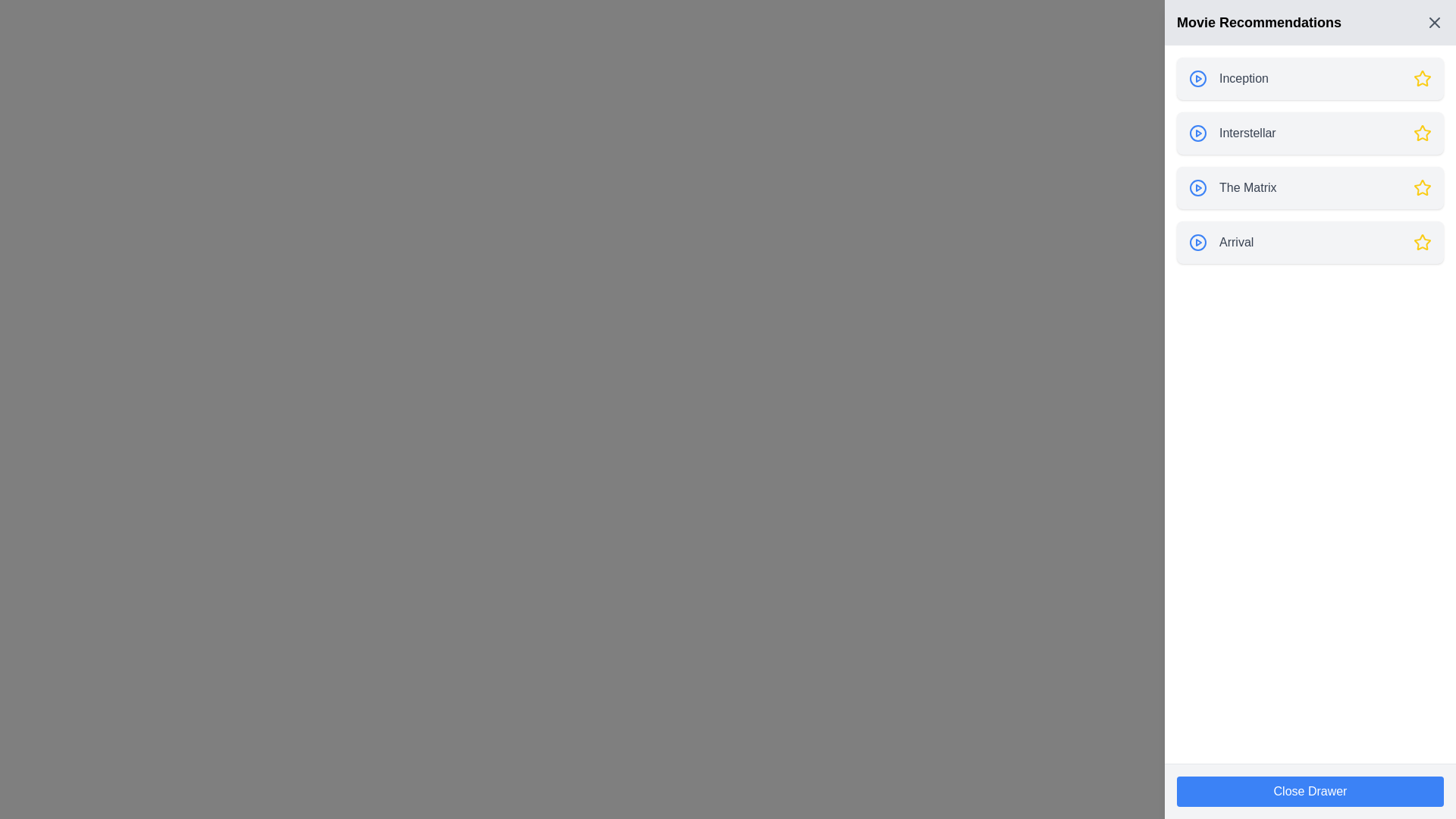 Image resolution: width=1456 pixels, height=819 pixels. What do you see at coordinates (1221, 242) in the screenshot?
I see `the circular blue play icon next to the text 'Arrival' in the fourth row of the 'Movie Recommendations' panel to play the movie` at bounding box center [1221, 242].